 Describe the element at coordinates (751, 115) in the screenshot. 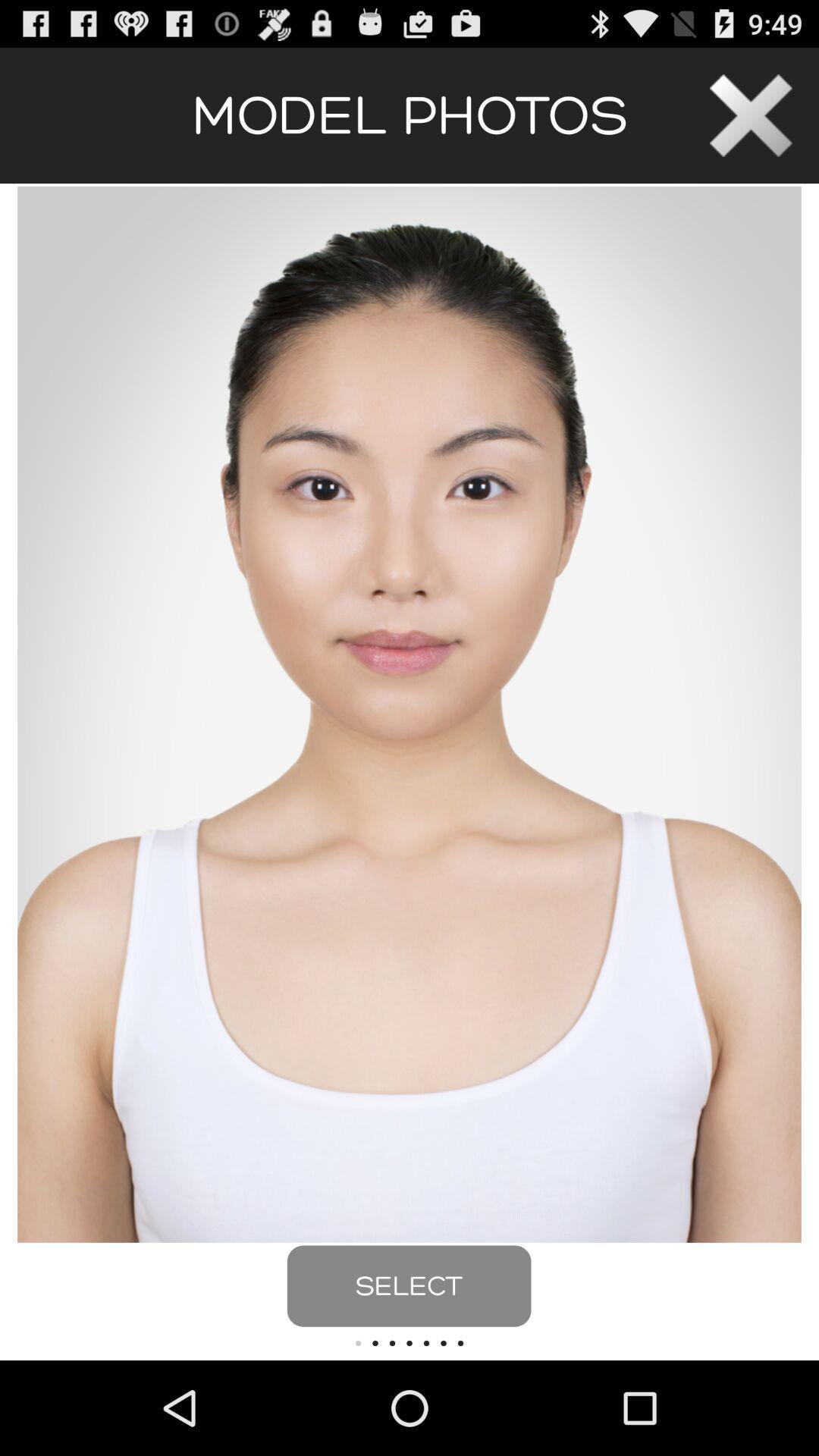

I see `page` at that location.